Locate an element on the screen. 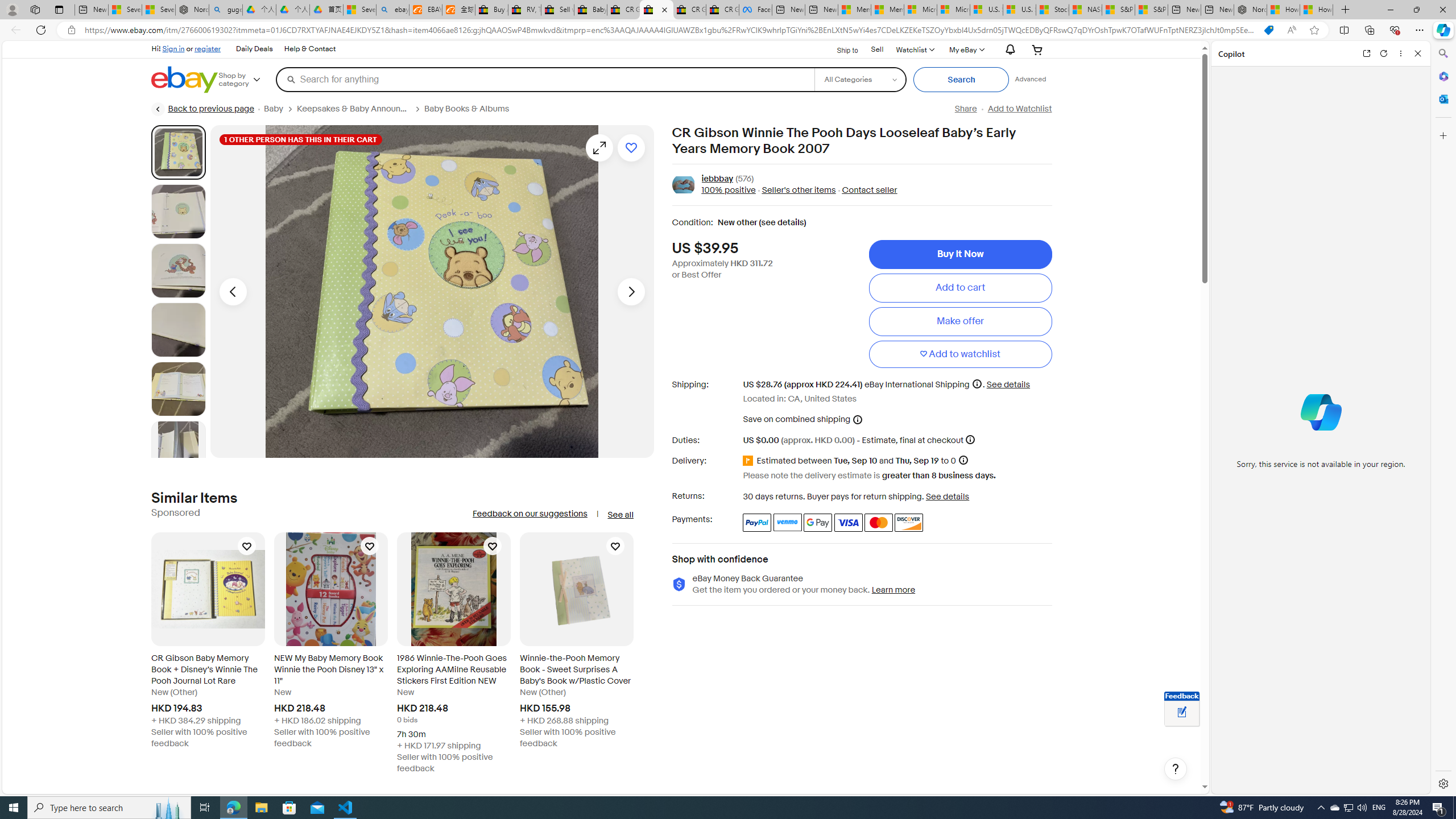  'Back to previous page' is located at coordinates (202, 109).